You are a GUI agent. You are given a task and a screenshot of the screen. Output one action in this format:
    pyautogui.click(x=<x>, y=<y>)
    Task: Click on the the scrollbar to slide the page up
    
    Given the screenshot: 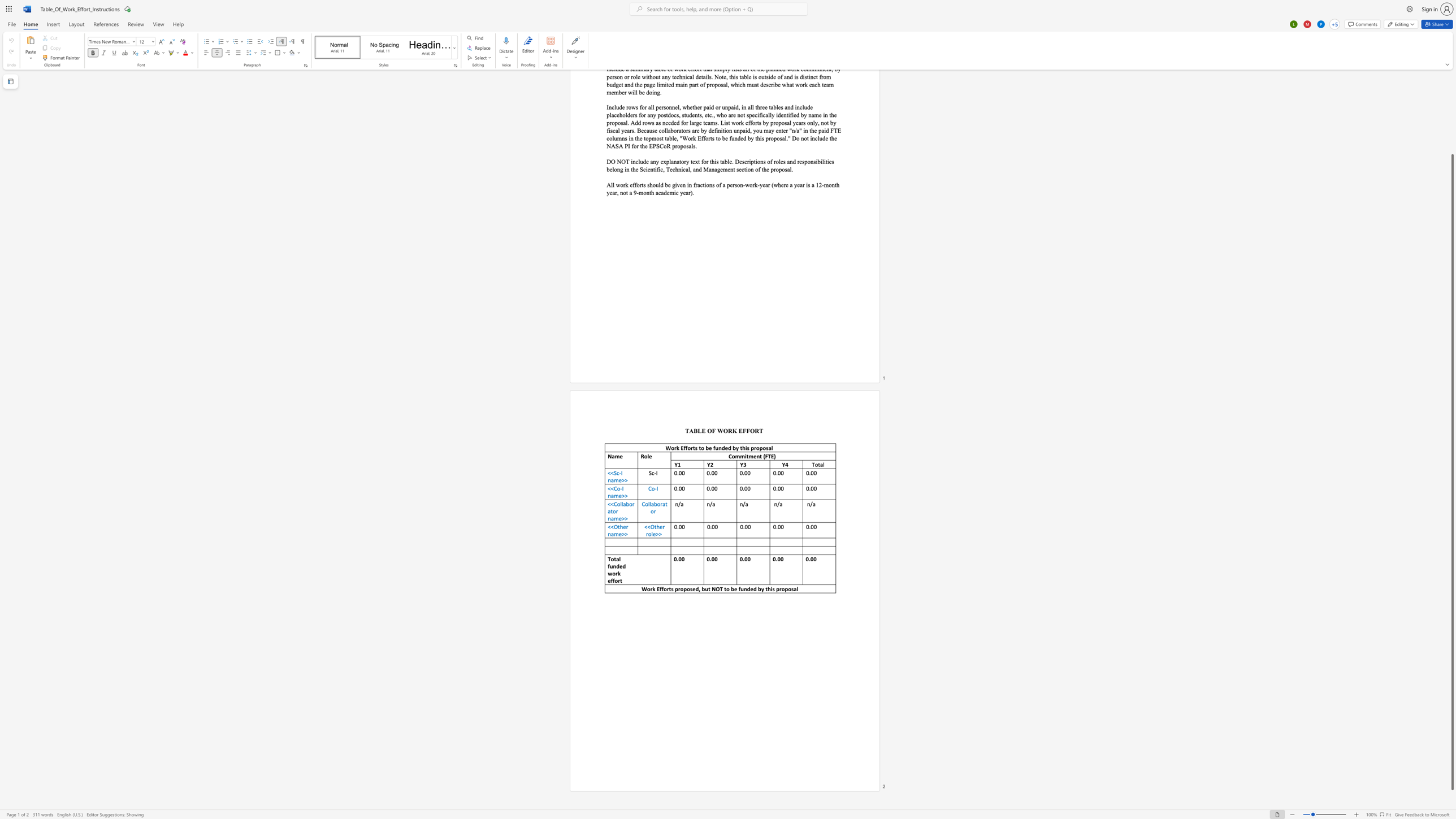 What is the action you would take?
    pyautogui.click(x=1451, y=94)
    